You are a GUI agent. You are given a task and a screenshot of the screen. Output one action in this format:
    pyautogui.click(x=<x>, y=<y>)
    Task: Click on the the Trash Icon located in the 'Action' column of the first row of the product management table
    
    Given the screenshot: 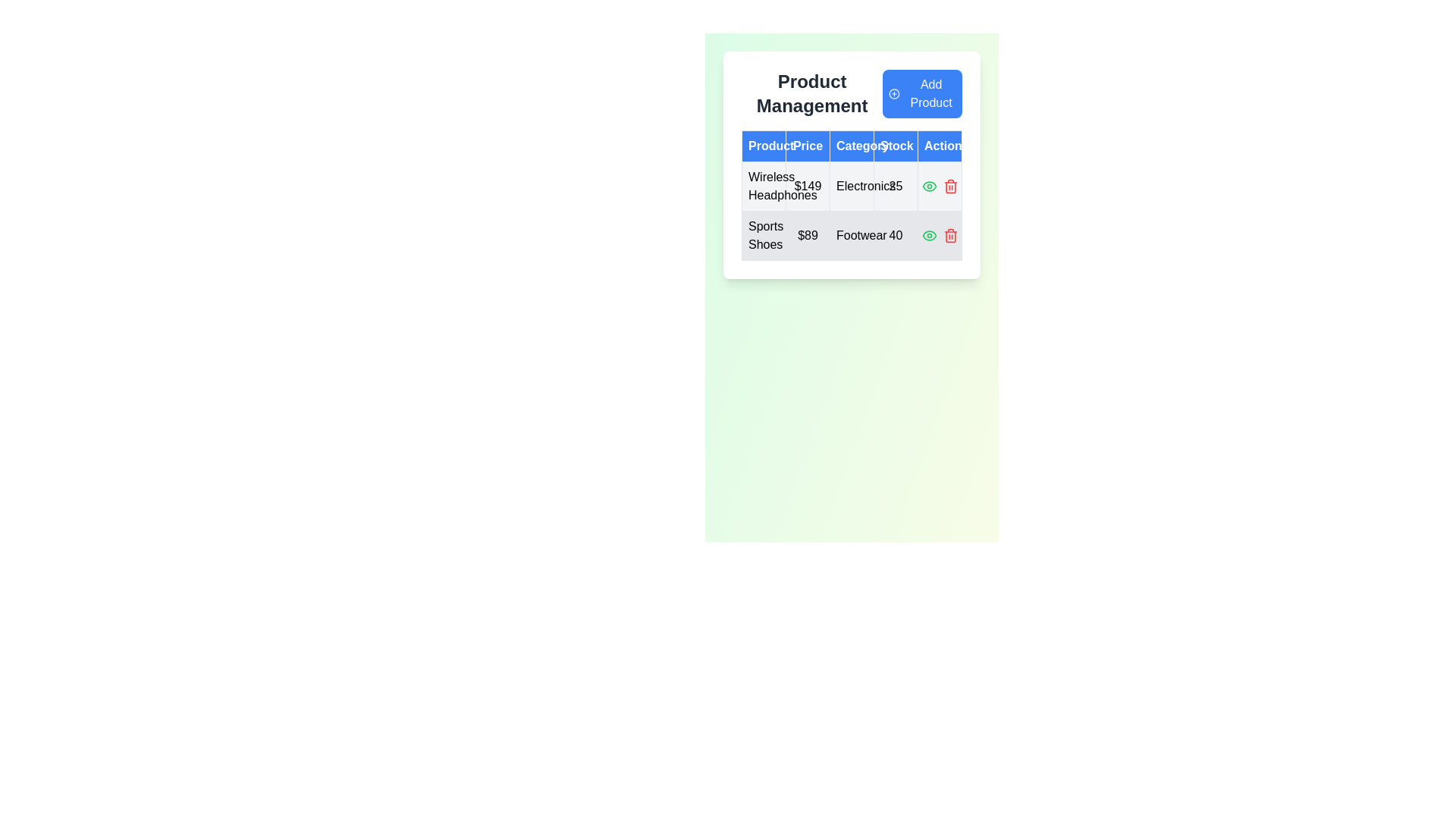 What is the action you would take?
    pyautogui.click(x=949, y=186)
    